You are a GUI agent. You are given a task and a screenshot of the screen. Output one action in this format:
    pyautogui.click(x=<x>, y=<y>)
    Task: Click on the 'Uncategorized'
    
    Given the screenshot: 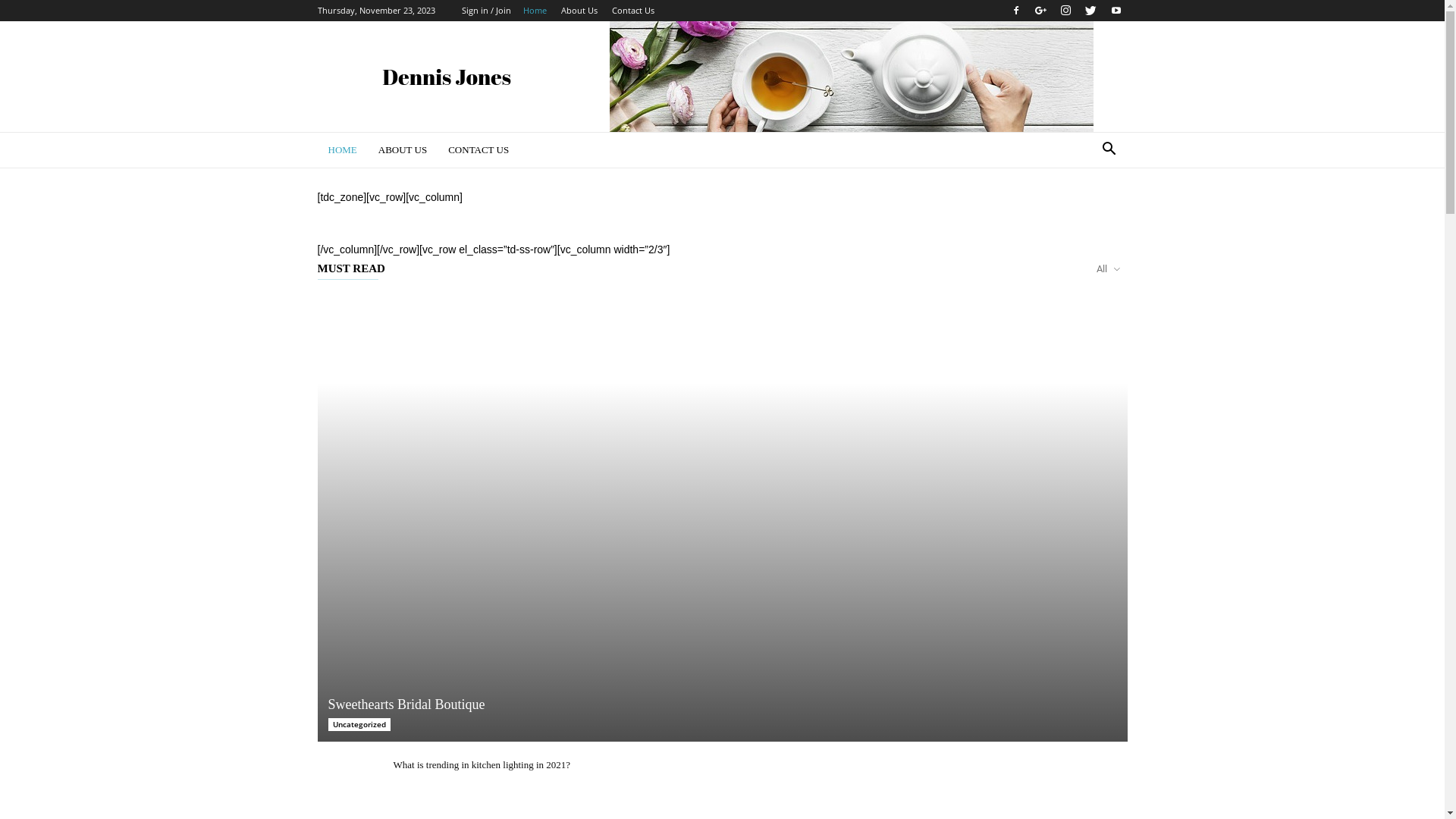 What is the action you would take?
    pyautogui.click(x=358, y=723)
    